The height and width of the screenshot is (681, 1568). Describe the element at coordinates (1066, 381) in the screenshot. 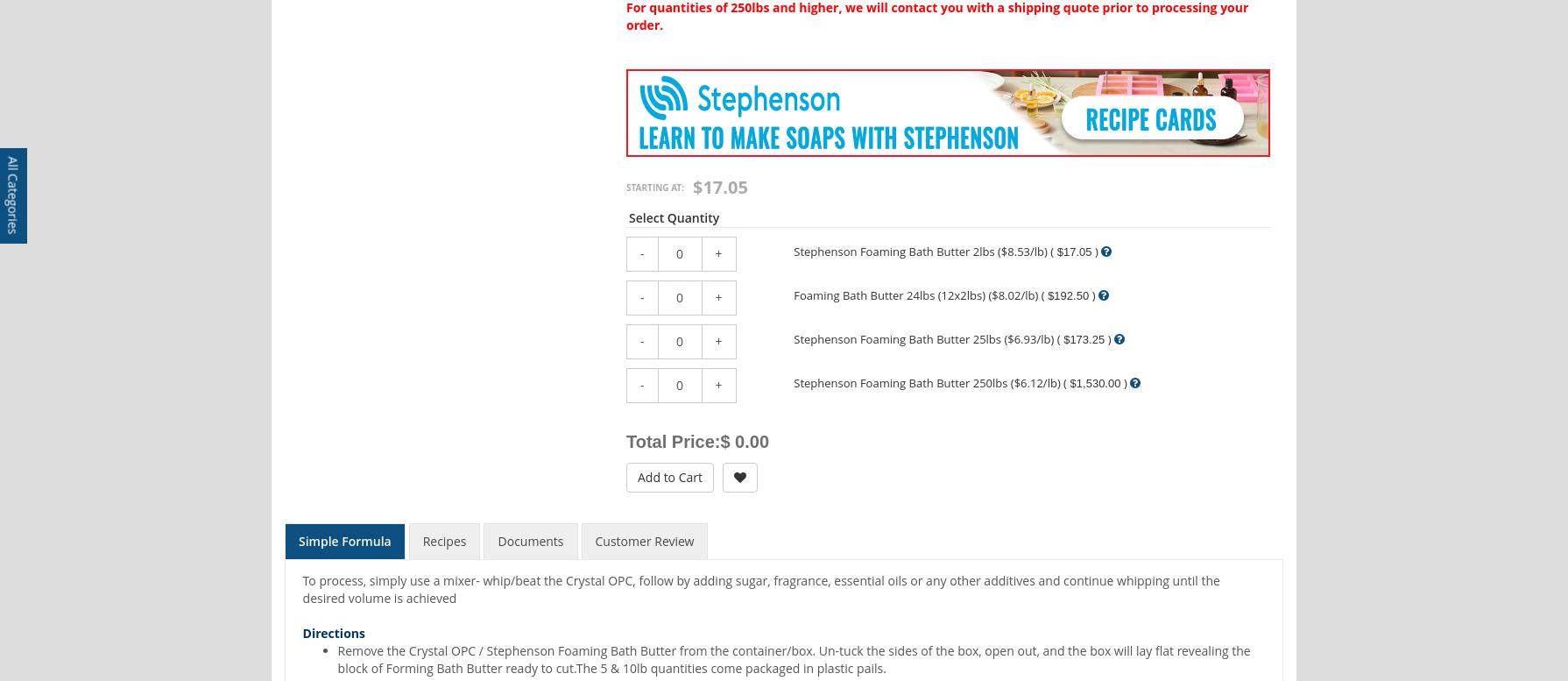

I see `'$1,530.00'` at that location.